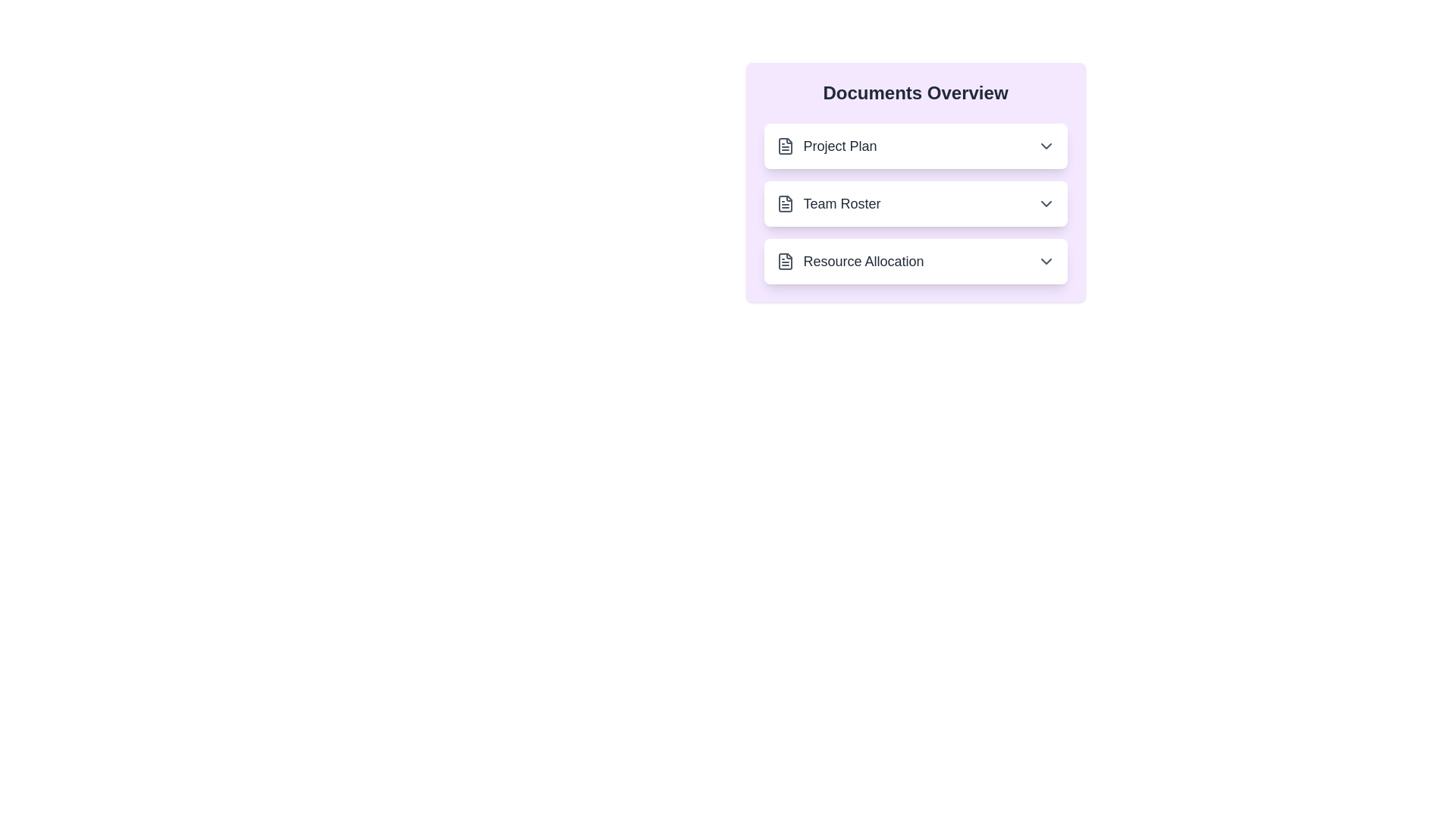  Describe the element at coordinates (1045, 260) in the screenshot. I see `the expand/collapse button for the document named Resource Allocation` at that location.